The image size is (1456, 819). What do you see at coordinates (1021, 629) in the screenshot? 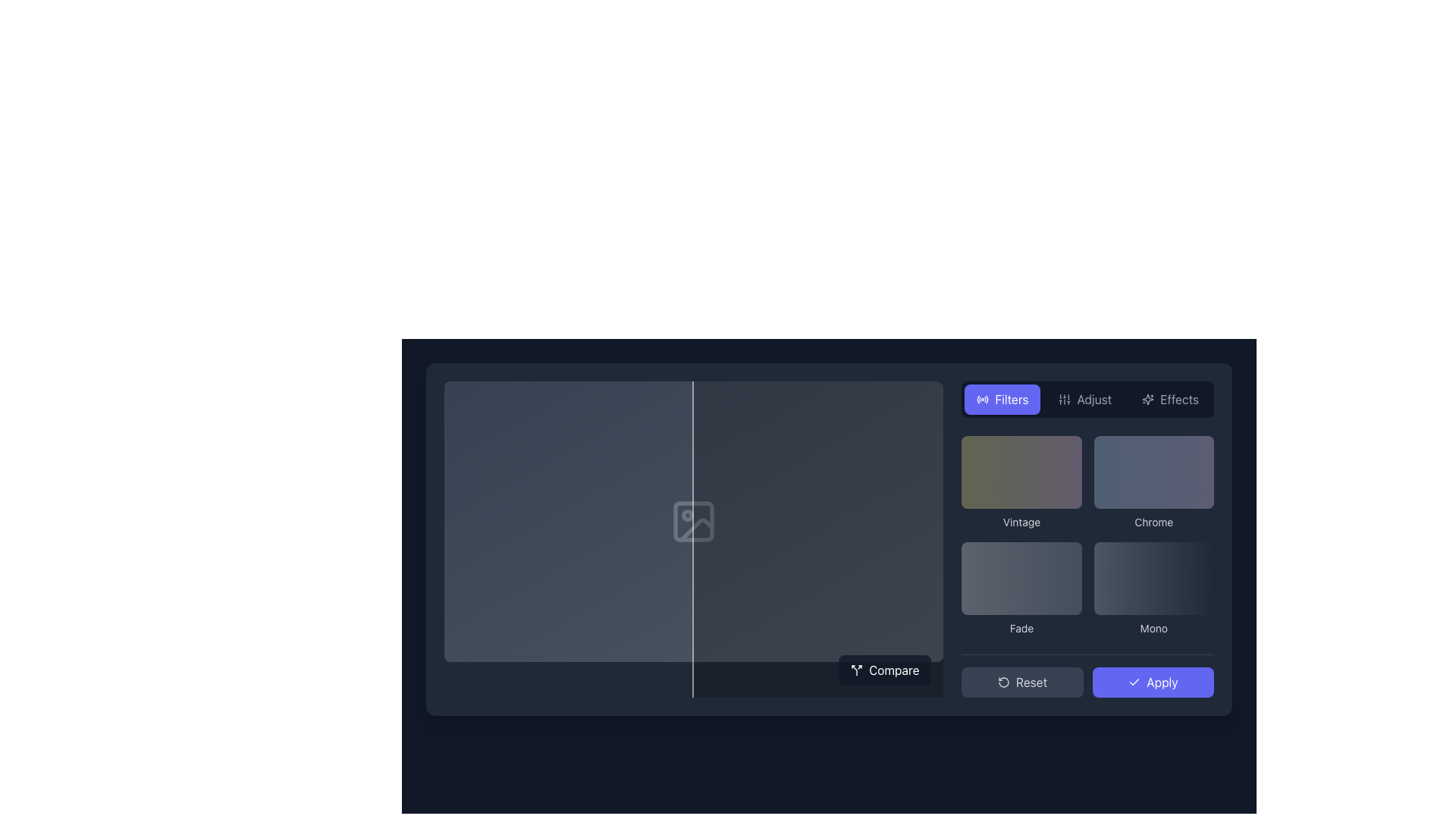
I see `the text label displaying 'Fade', which is styled in a small, centered font and located beneath the 'Mono' interactive area in the right-side column` at bounding box center [1021, 629].